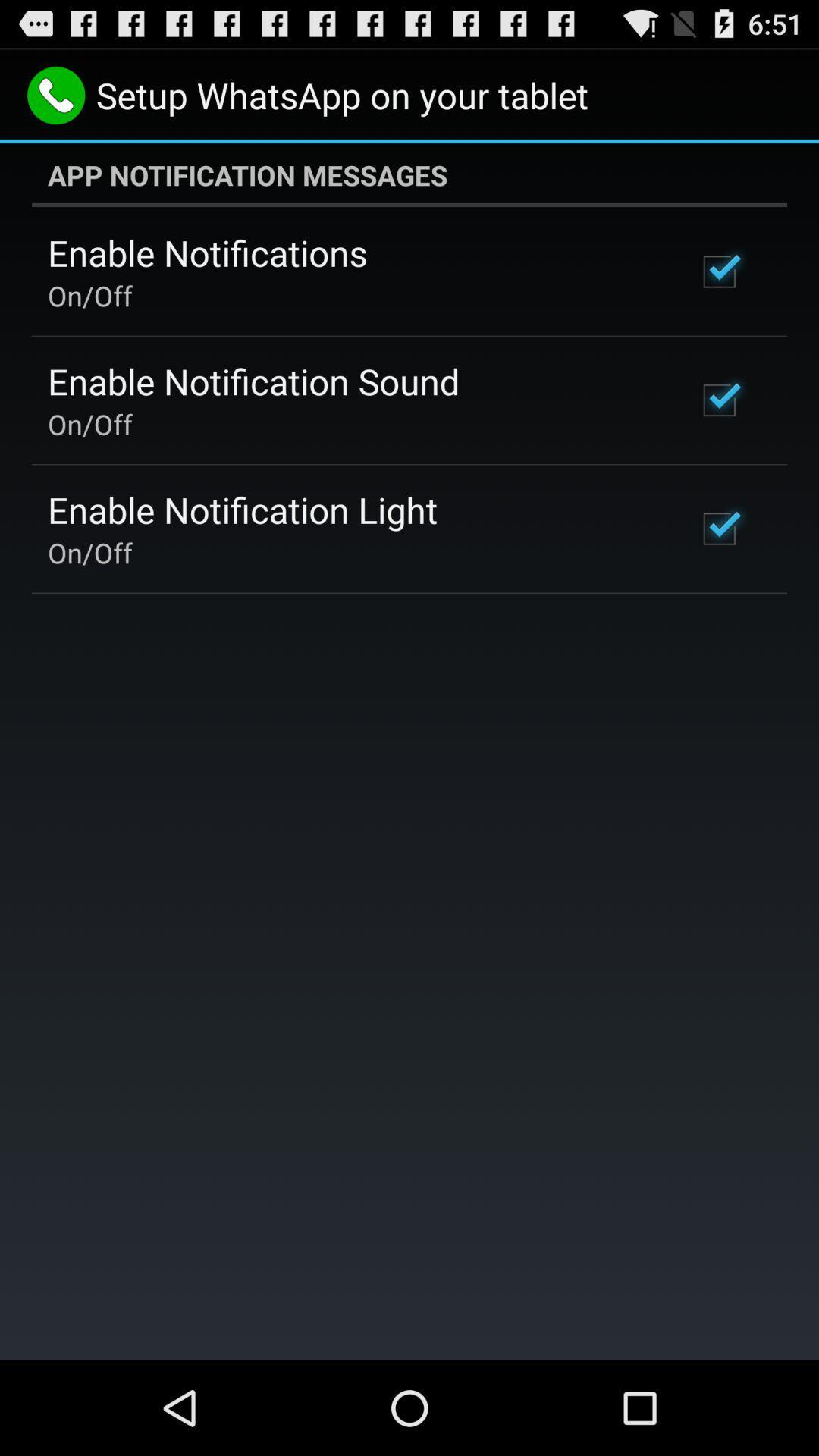 This screenshot has width=819, height=1456. I want to click on app notification messages app, so click(409, 174).